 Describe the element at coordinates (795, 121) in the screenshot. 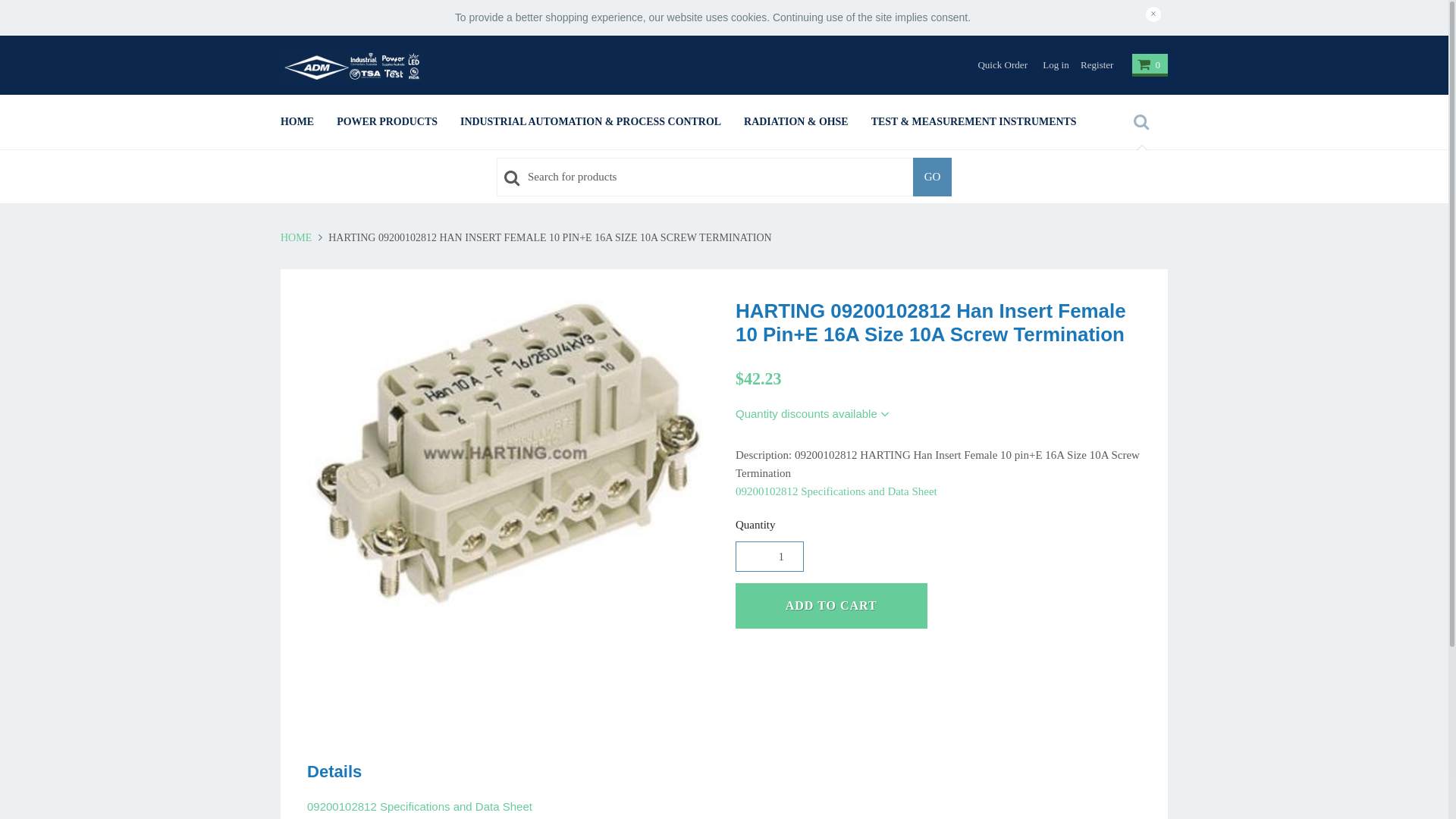

I see `'RADIATION & OHSE'` at that location.